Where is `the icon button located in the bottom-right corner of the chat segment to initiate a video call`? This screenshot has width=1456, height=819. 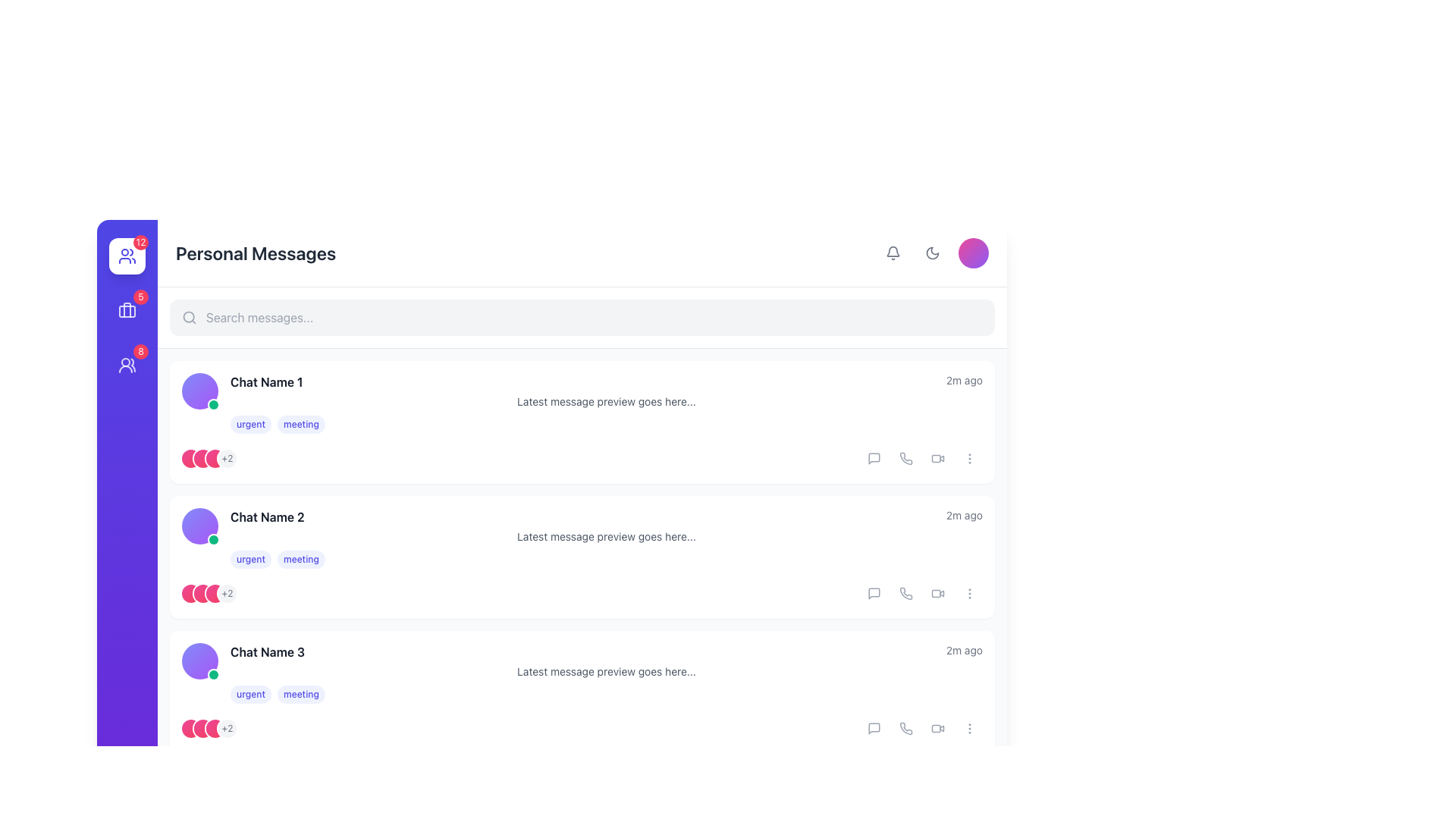
the icon button located in the bottom-right corner of the chat segment to initiate a video call is located at coordinates (935, 593).